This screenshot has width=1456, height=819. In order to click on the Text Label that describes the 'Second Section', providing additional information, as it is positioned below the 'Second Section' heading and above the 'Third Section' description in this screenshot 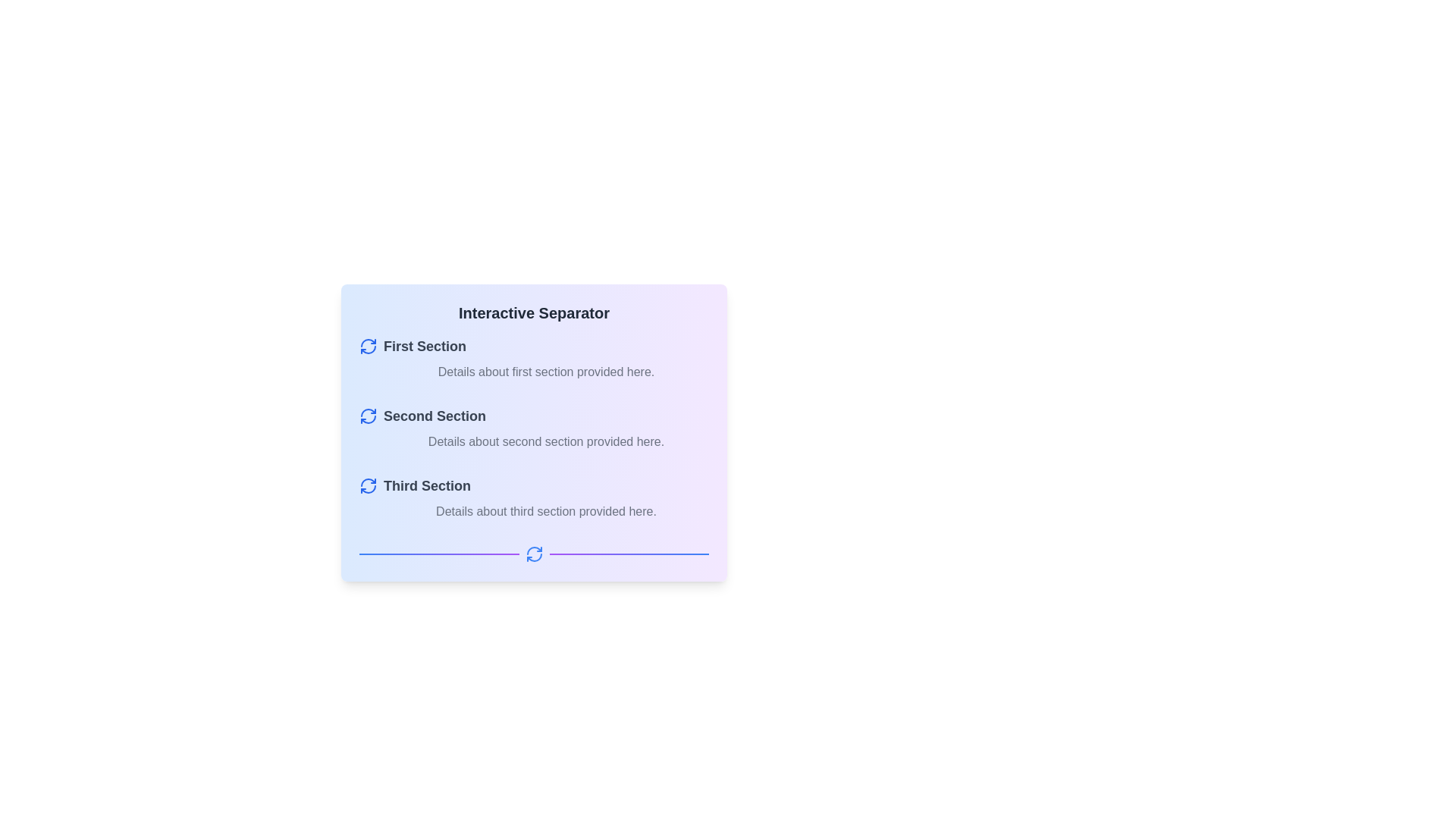, I will do `click(546, 441)`.